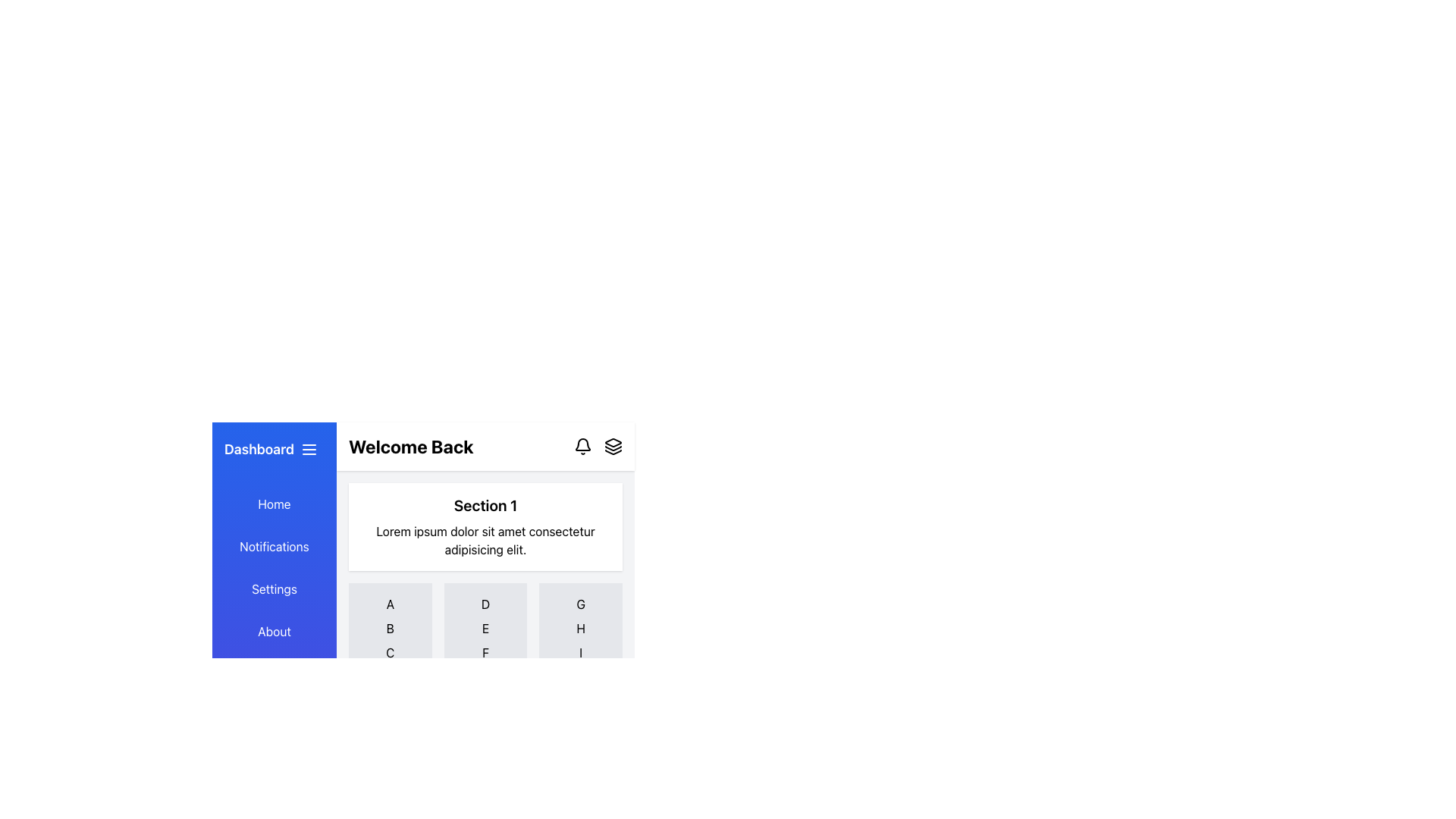  I want to click on the 'Notifications' label, which is displayed in white sans-serif font on a blue section of the vertical navigation bar, located third below 'Home', so click(274, 547).